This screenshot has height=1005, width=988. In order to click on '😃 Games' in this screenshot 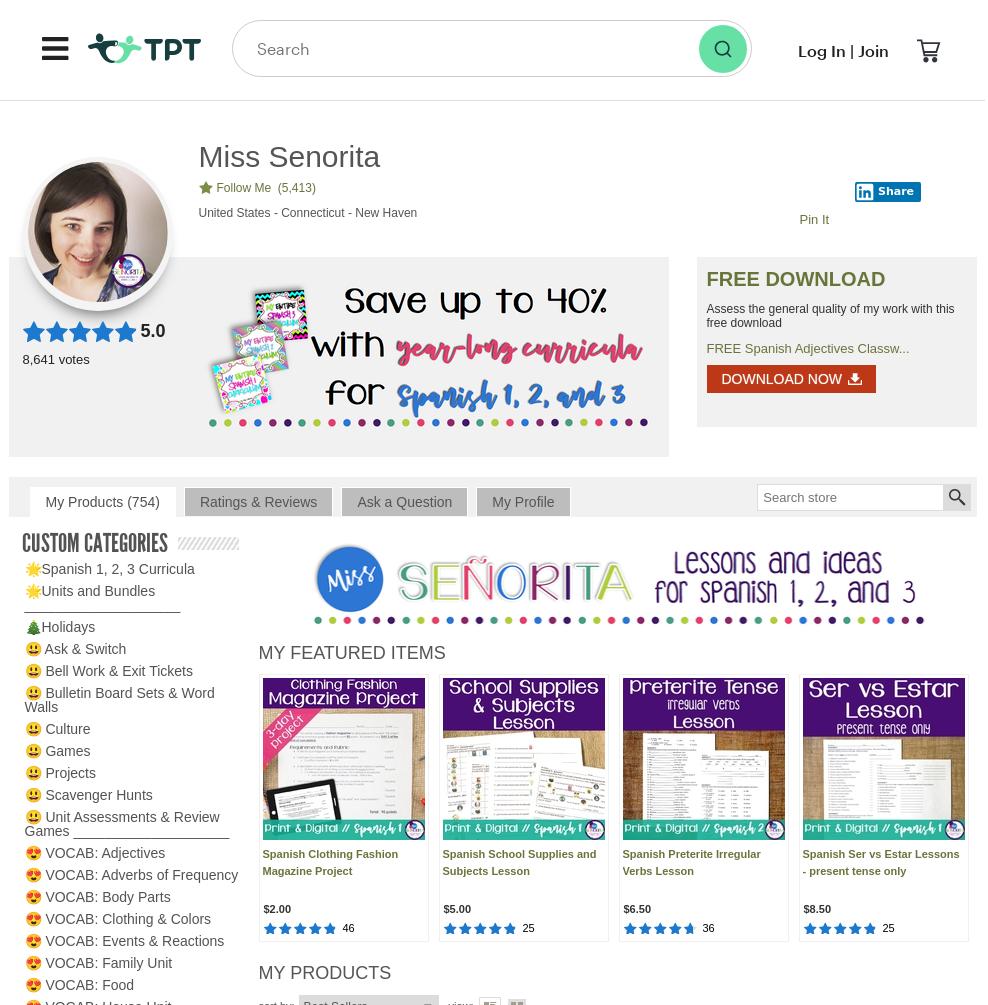, I will do `click(56, 751)`.